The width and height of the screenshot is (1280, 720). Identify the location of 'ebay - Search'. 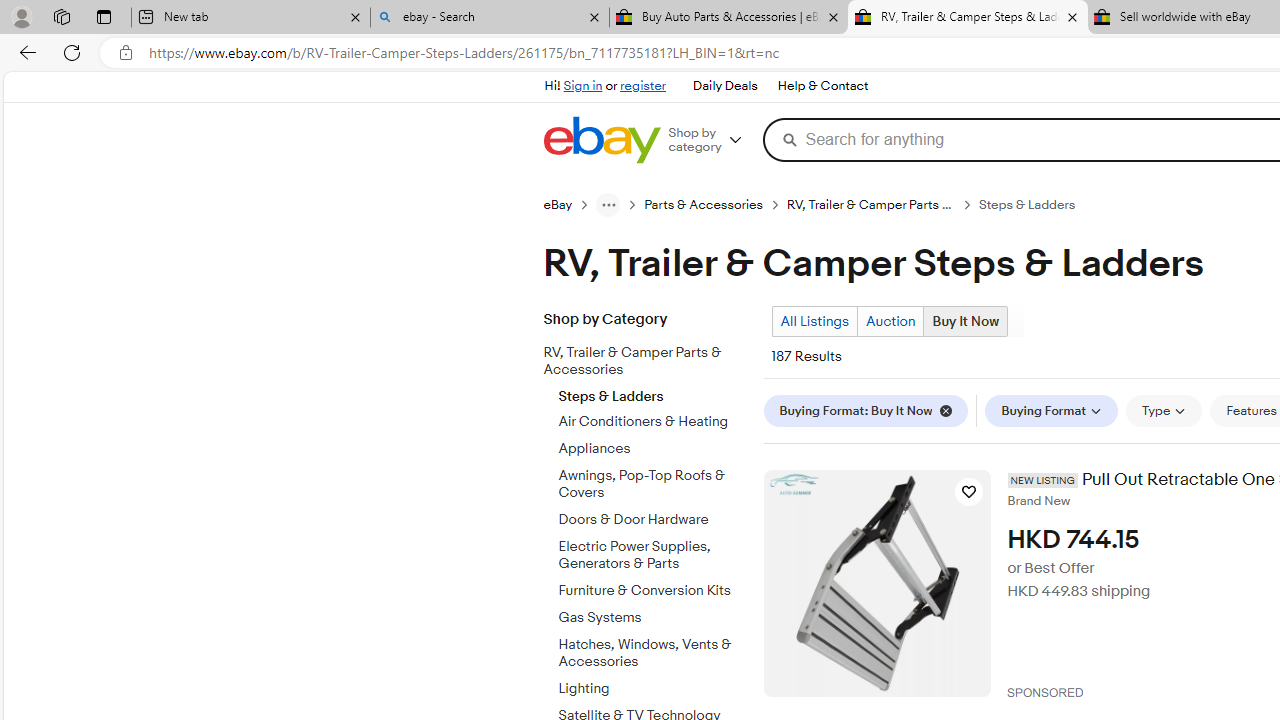
(490, 17).